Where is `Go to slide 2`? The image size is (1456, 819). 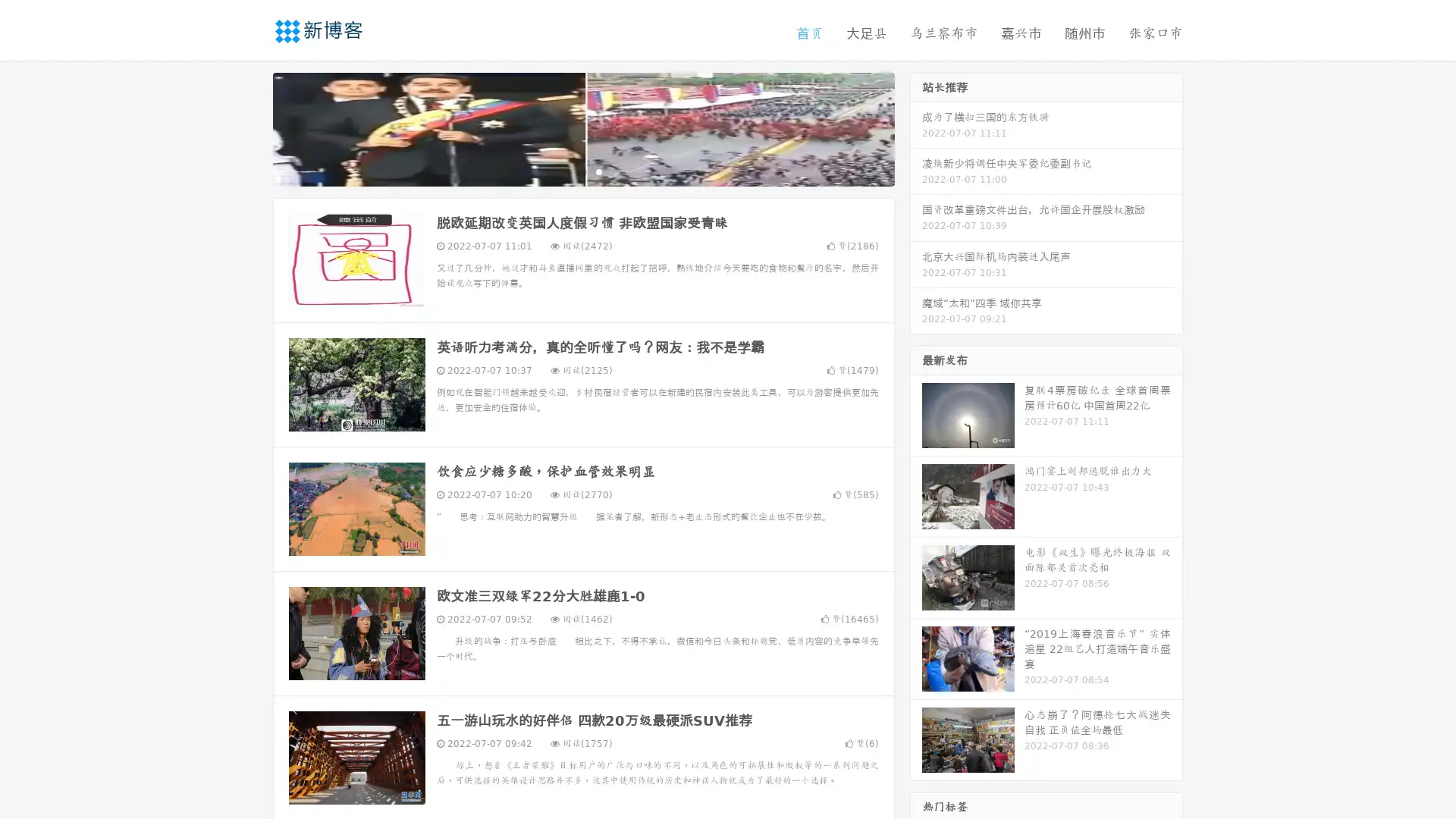 Go to slide 2 is located at coordinates (582, 171).